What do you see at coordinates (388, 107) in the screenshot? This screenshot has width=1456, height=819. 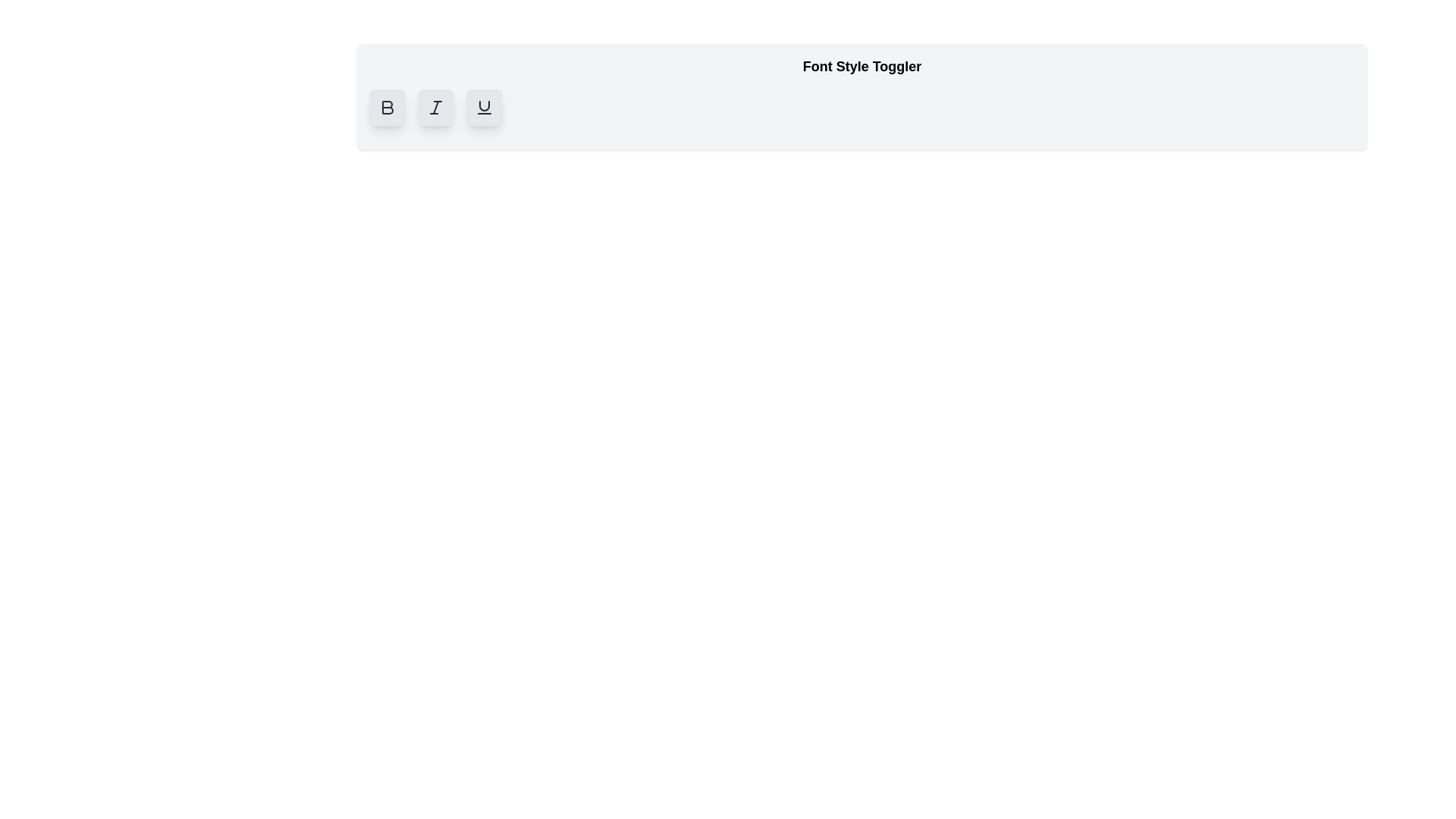 I see `the Bold icon button located at the leftmost side of the horizontal toolbar` at bounding box center [388, 107].